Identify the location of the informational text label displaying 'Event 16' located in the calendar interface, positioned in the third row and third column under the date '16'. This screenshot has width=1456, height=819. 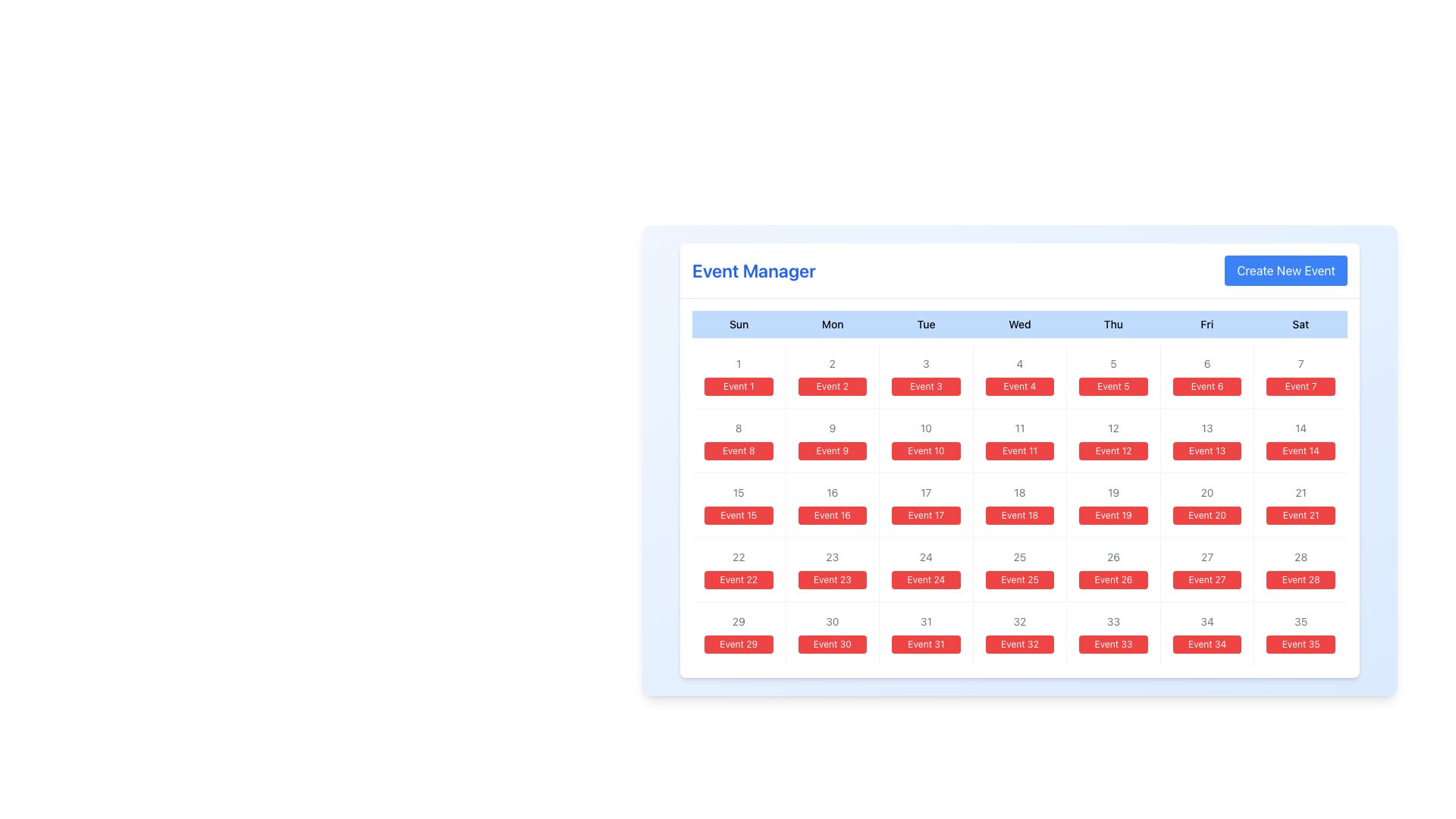
(831, 514).